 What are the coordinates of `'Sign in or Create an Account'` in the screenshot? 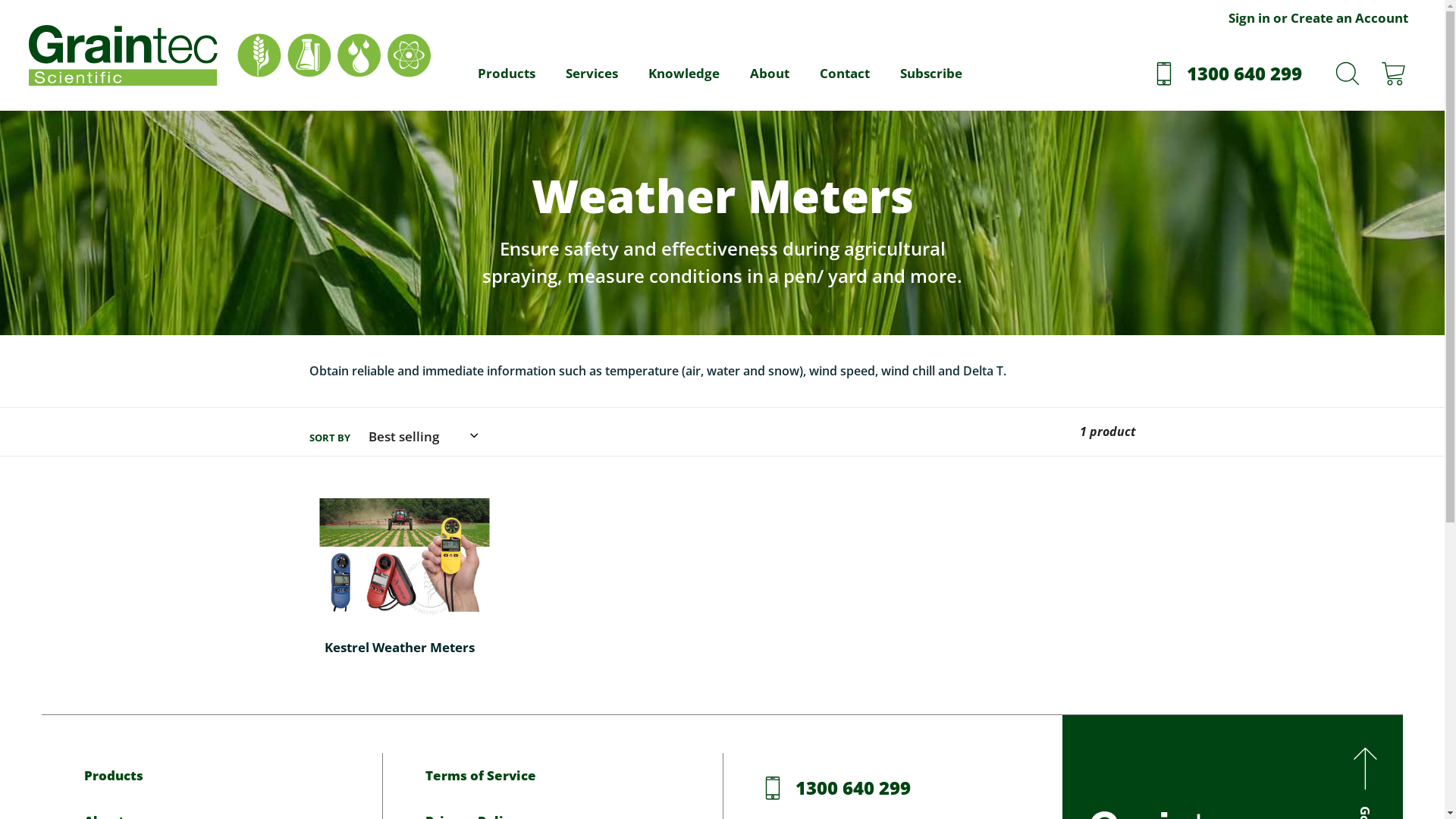 It's located at (1317, 20).